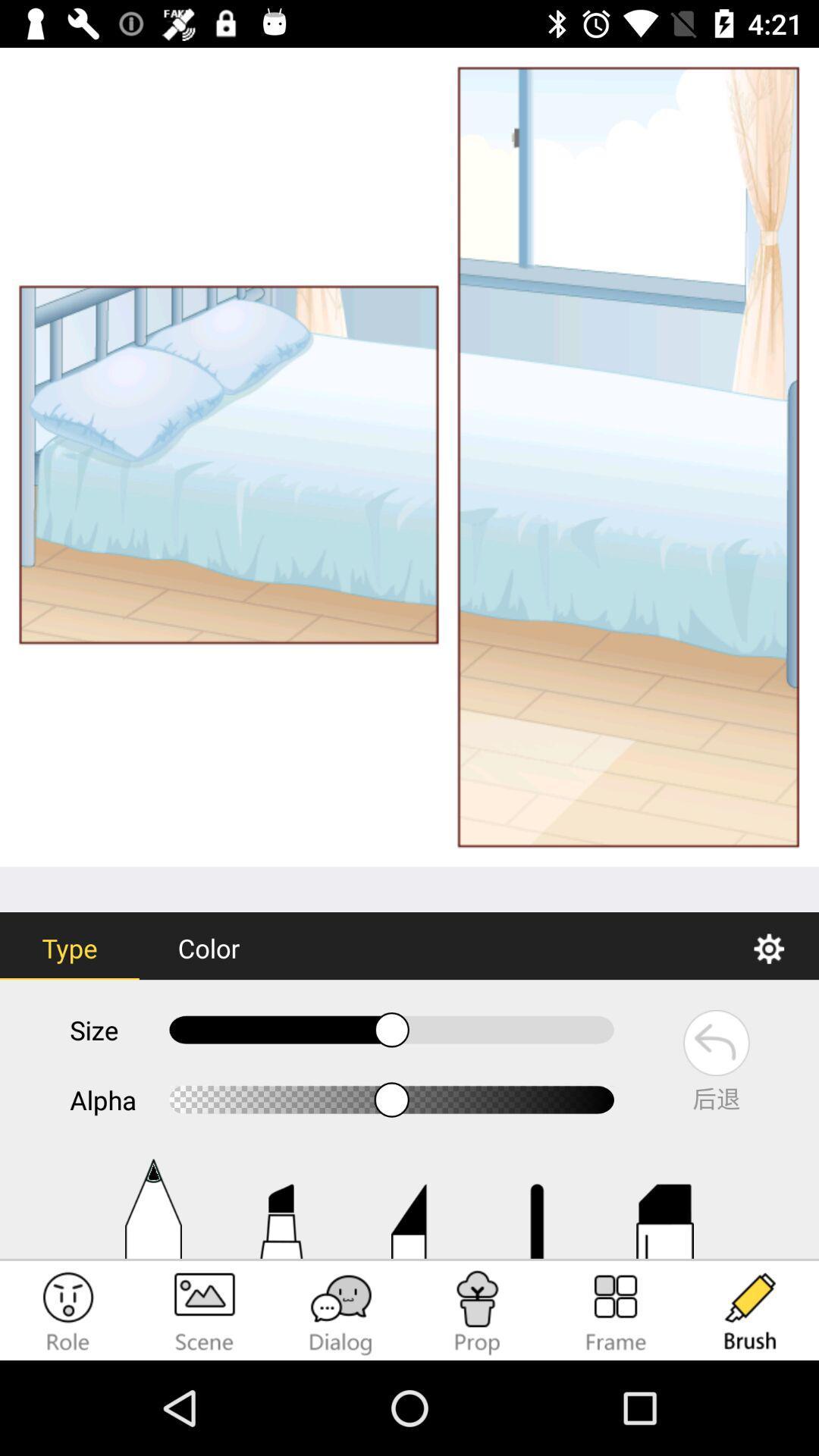  Describe the element at coordinates (409, 457) in the screenshot. I see `item above the type app` at that location.